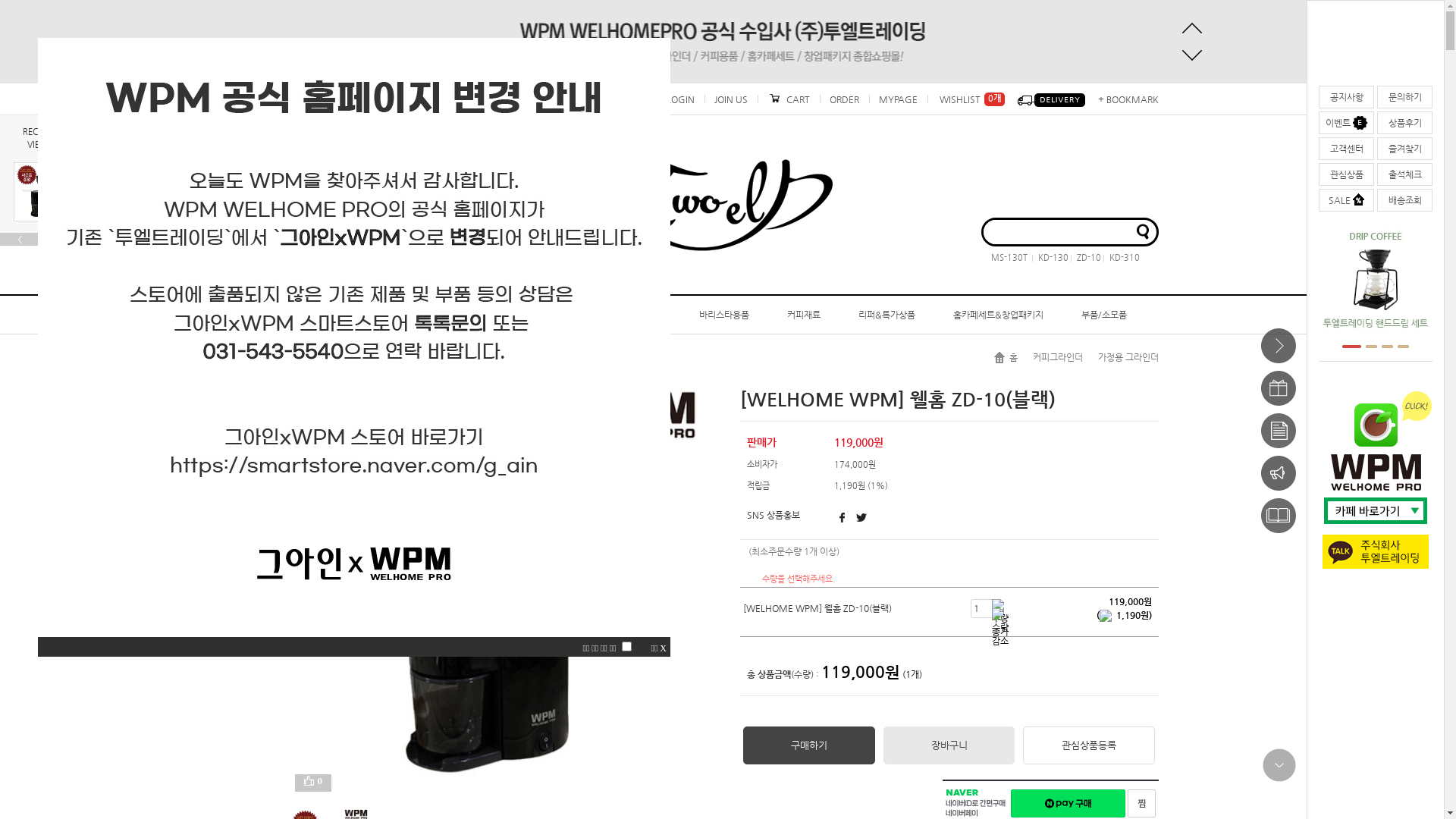  What do you see at coordinates (1121, 256) in the screenshot?
I see `'KD-310'` at bounding box center [1121, 256].